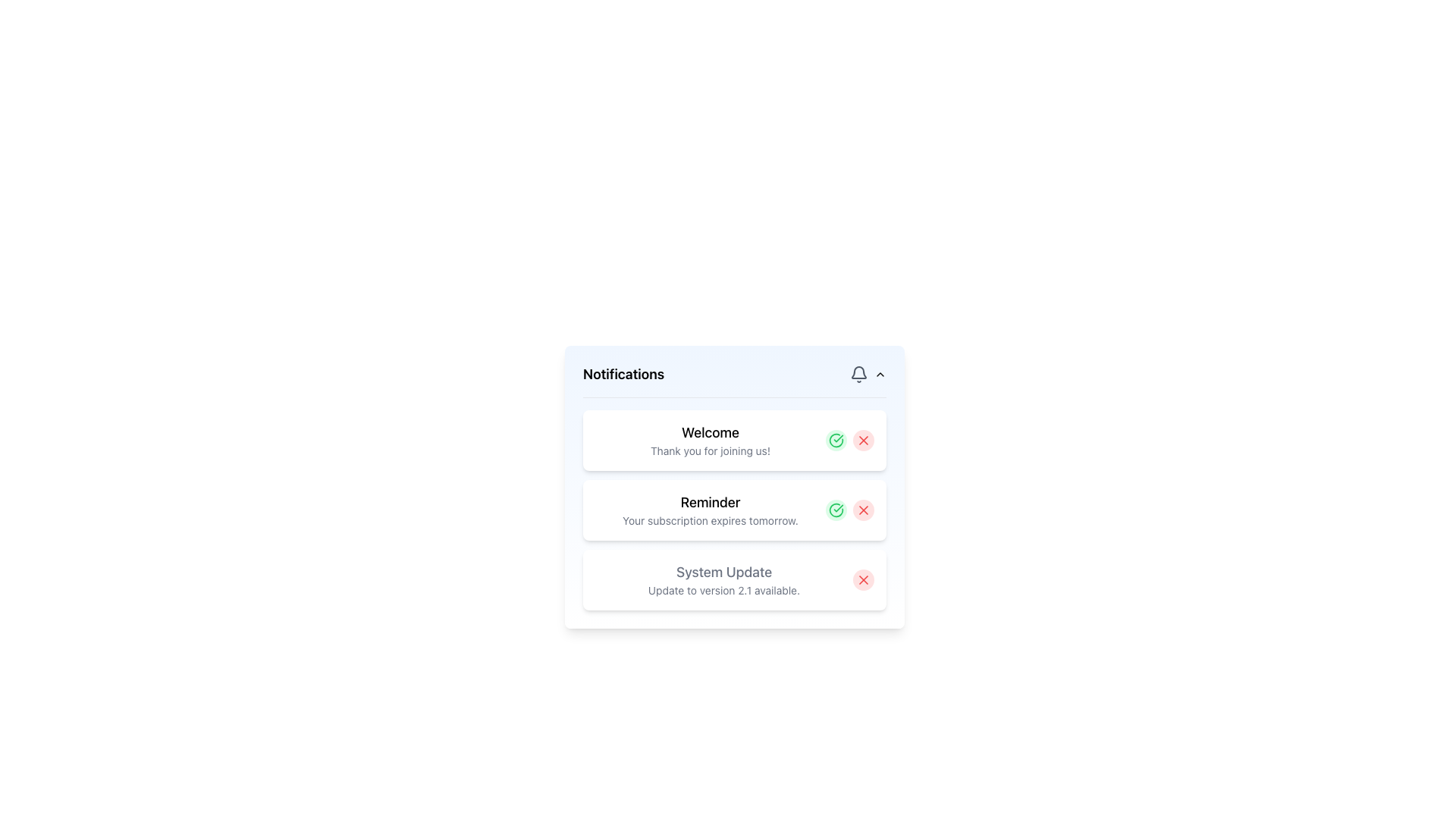 The image size is (1456, 819). I want to click on the successful acknowledgment or verification icon located at the rightmost end of the notification titled 'Welcome', so click(836, 510).